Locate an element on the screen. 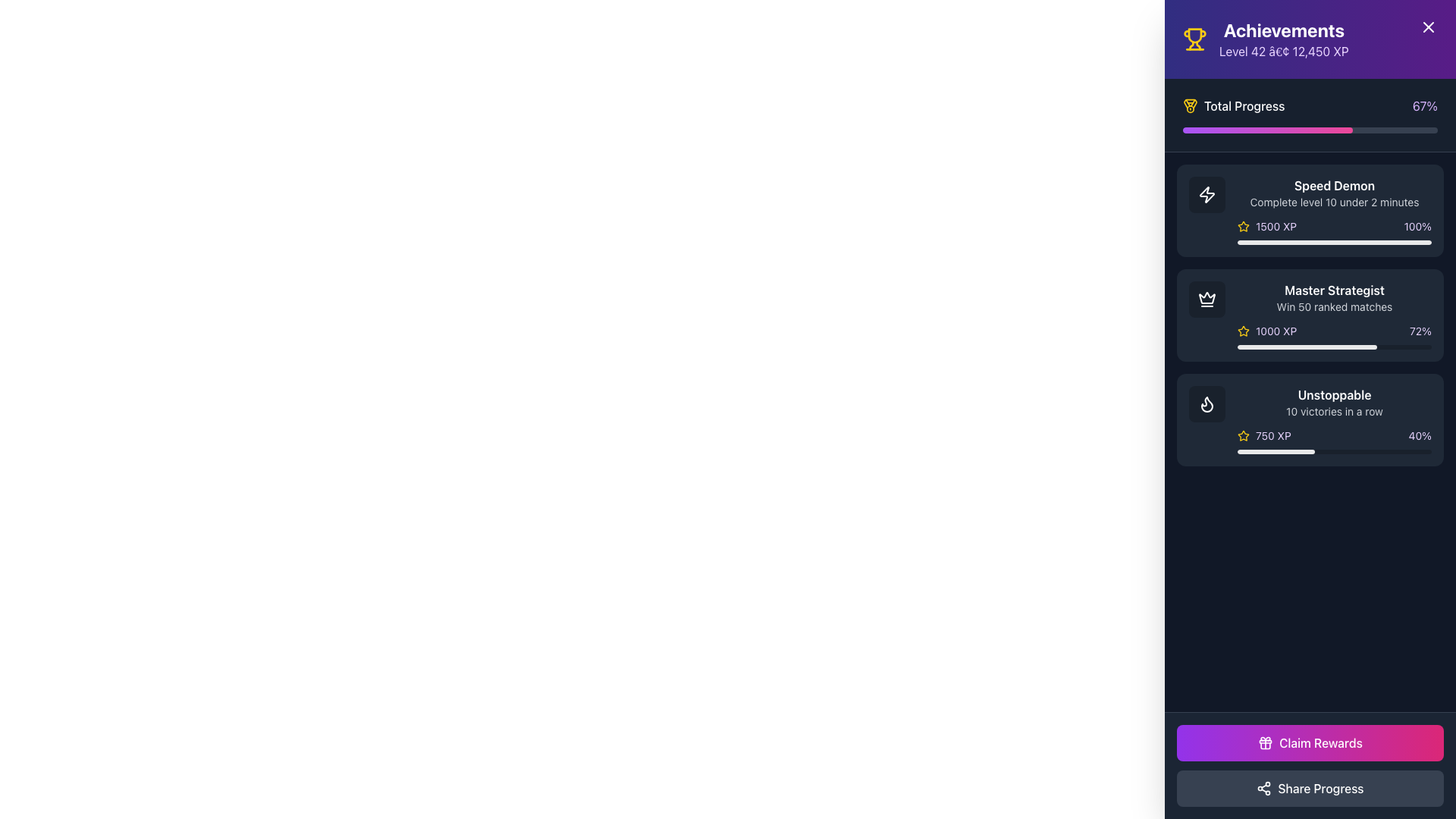  the 'Unstoppable' achievement icon, which is a decorative representation of persistence and energy, located at the top section of the achievement card is located at coordinates (1207, 403).